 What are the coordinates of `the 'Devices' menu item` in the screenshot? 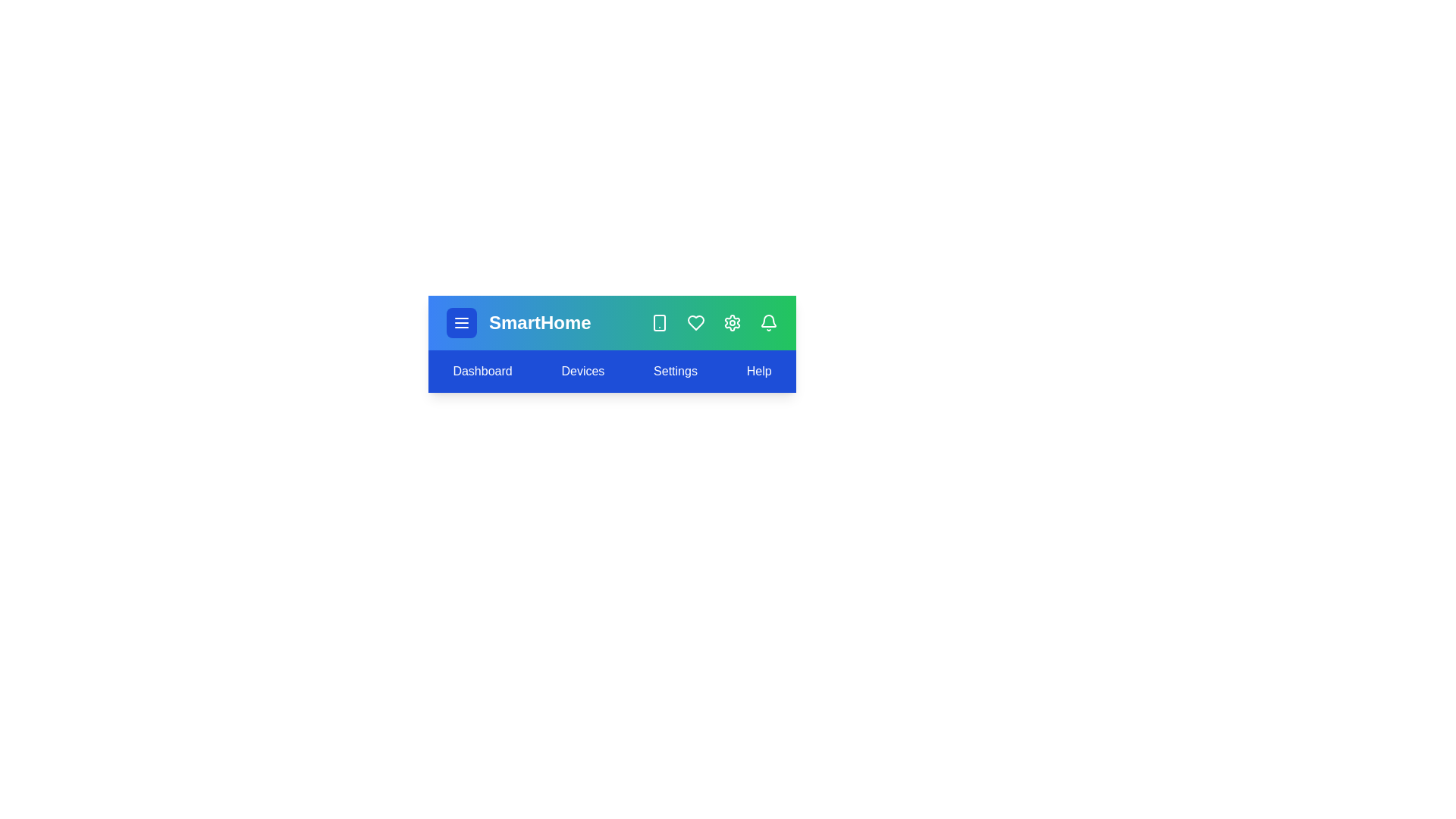 It's located at (582, 371).